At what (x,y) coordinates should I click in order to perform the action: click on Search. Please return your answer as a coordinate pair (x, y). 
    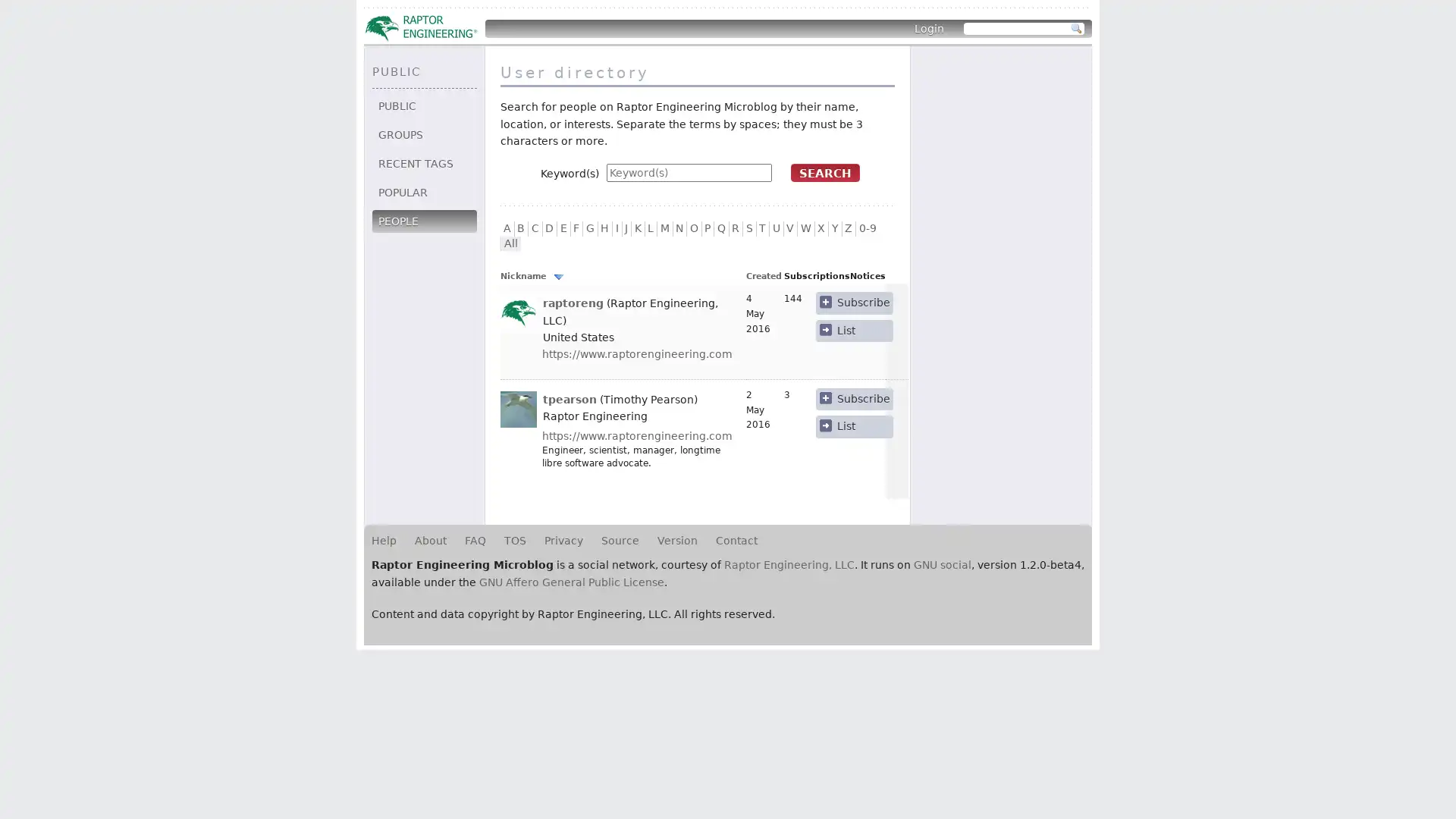
    Looking at the image, I should click on (824, 171).